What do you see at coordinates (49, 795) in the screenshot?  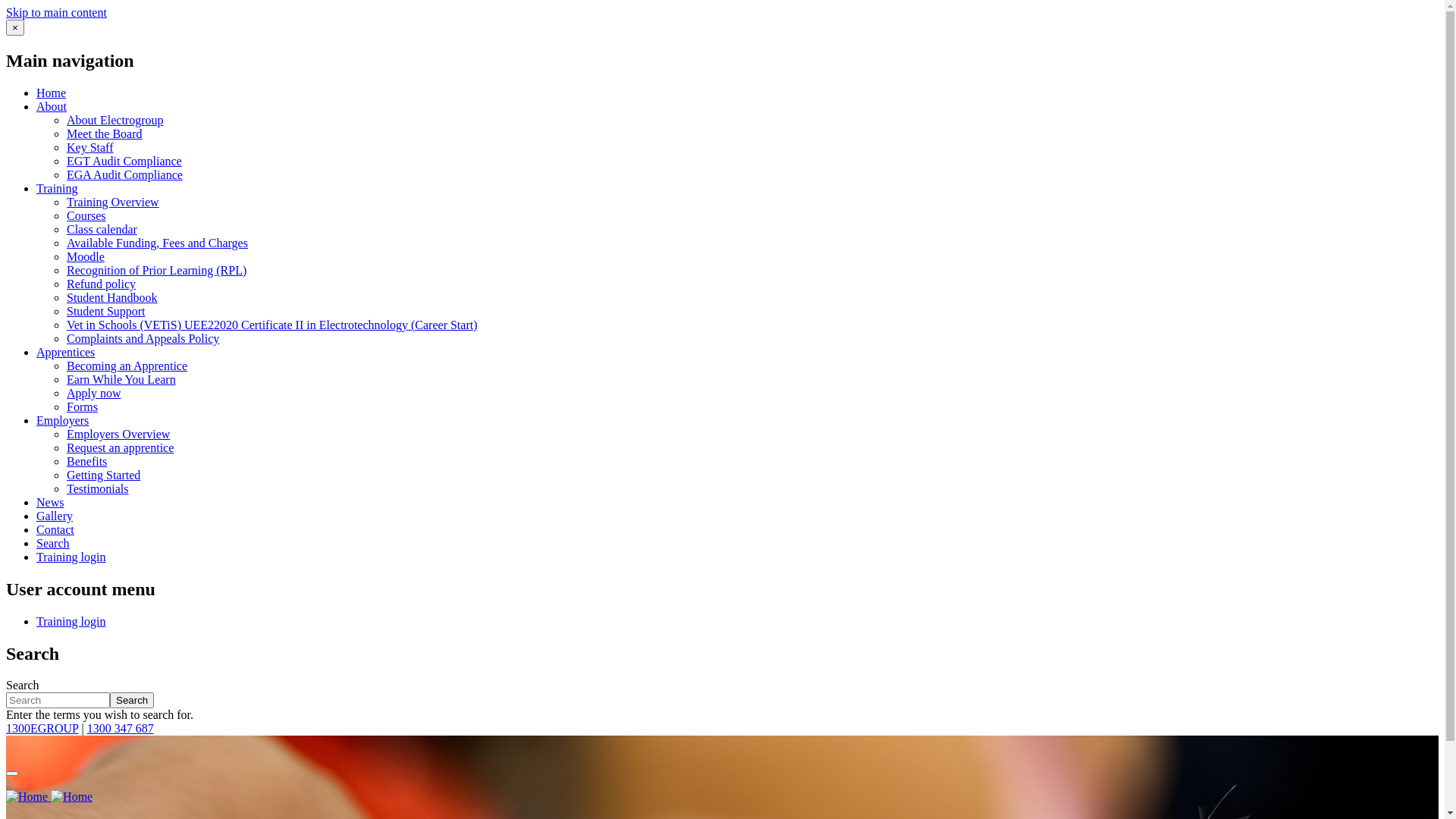 I see `'Home'` at bounding box center [49, 795].